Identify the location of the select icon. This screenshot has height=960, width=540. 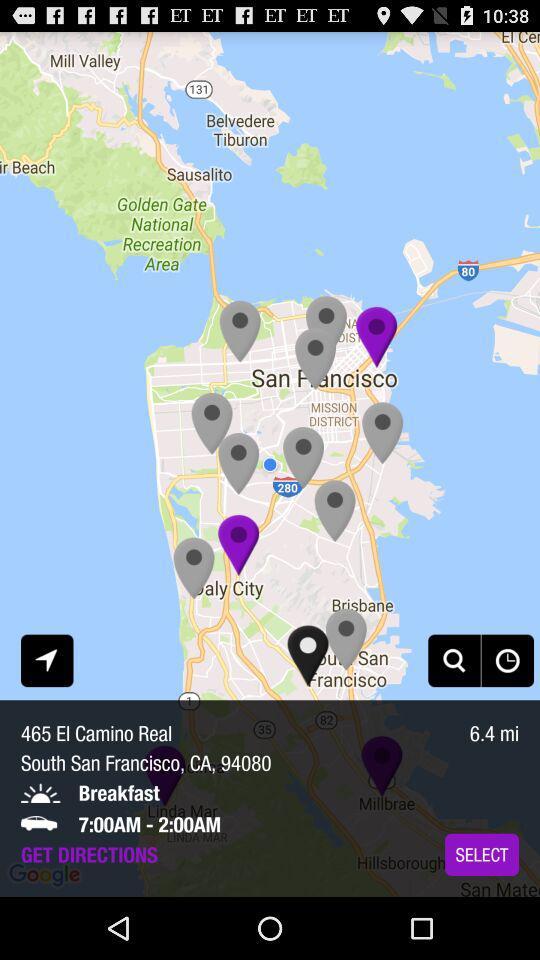
(481, 853).